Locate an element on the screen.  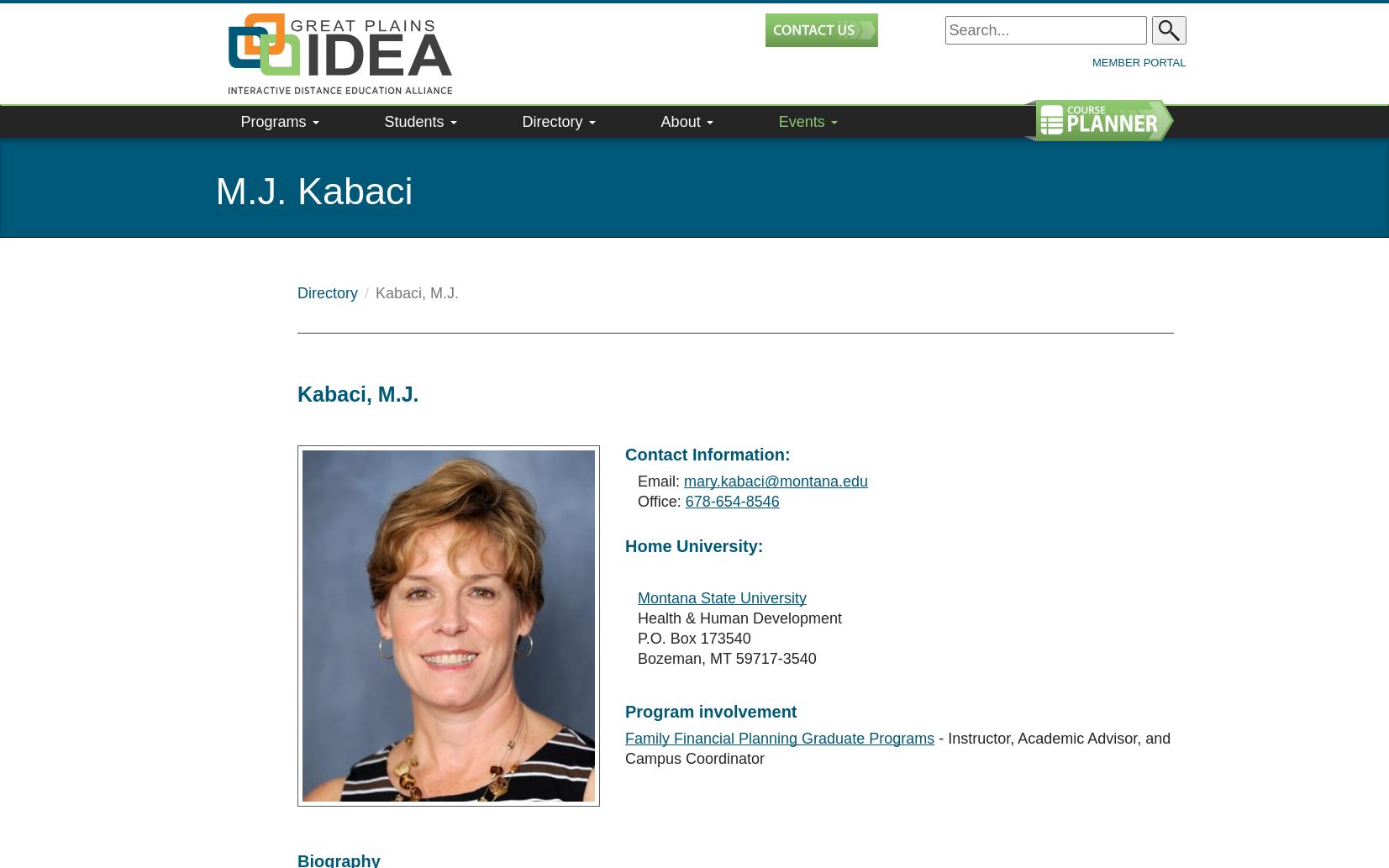
'Contact Information:' is located at coordinates (708, 414).